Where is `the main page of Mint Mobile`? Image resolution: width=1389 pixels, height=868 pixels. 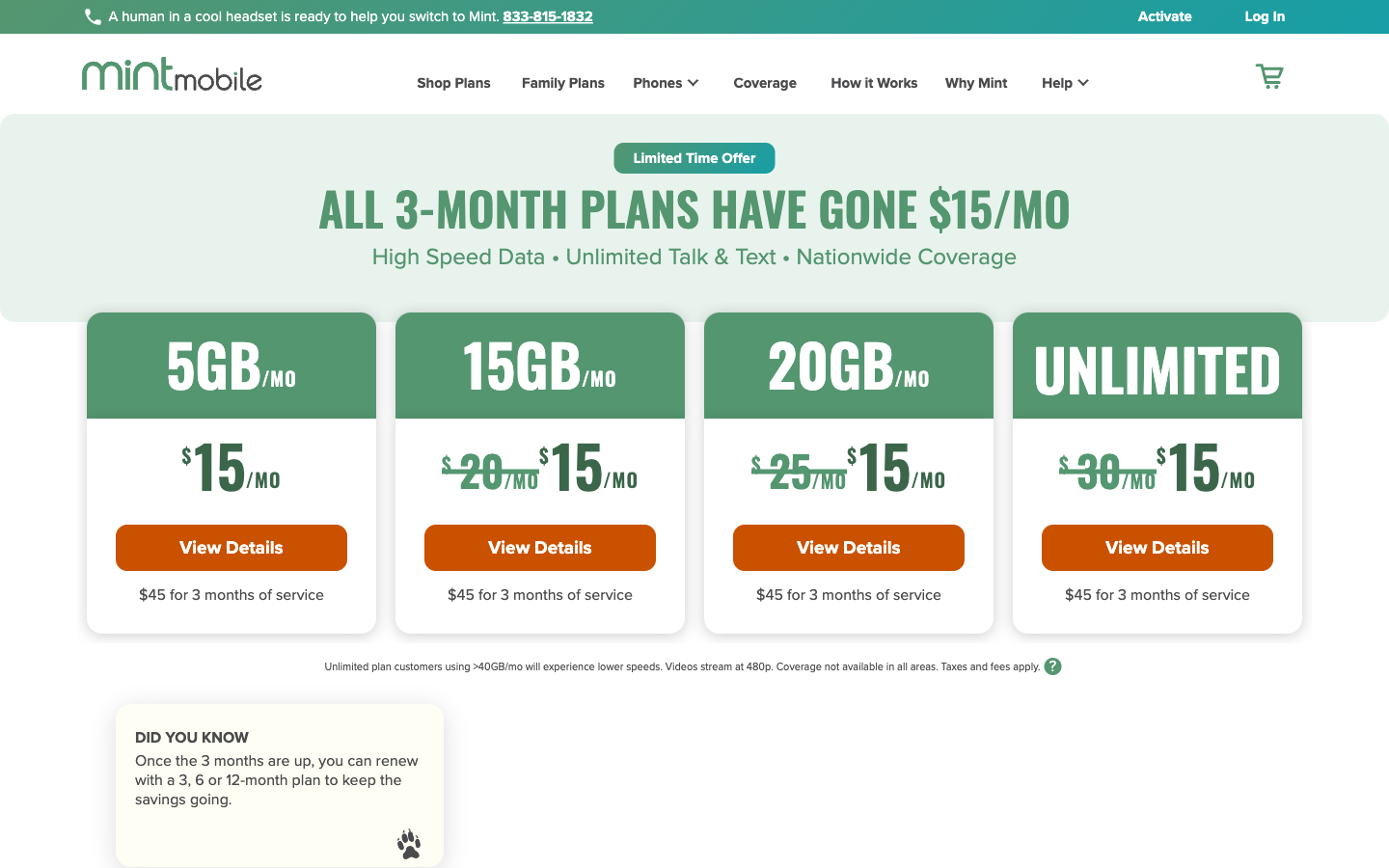 the main page of Mint Mobile is located at coordinates (171, 72).